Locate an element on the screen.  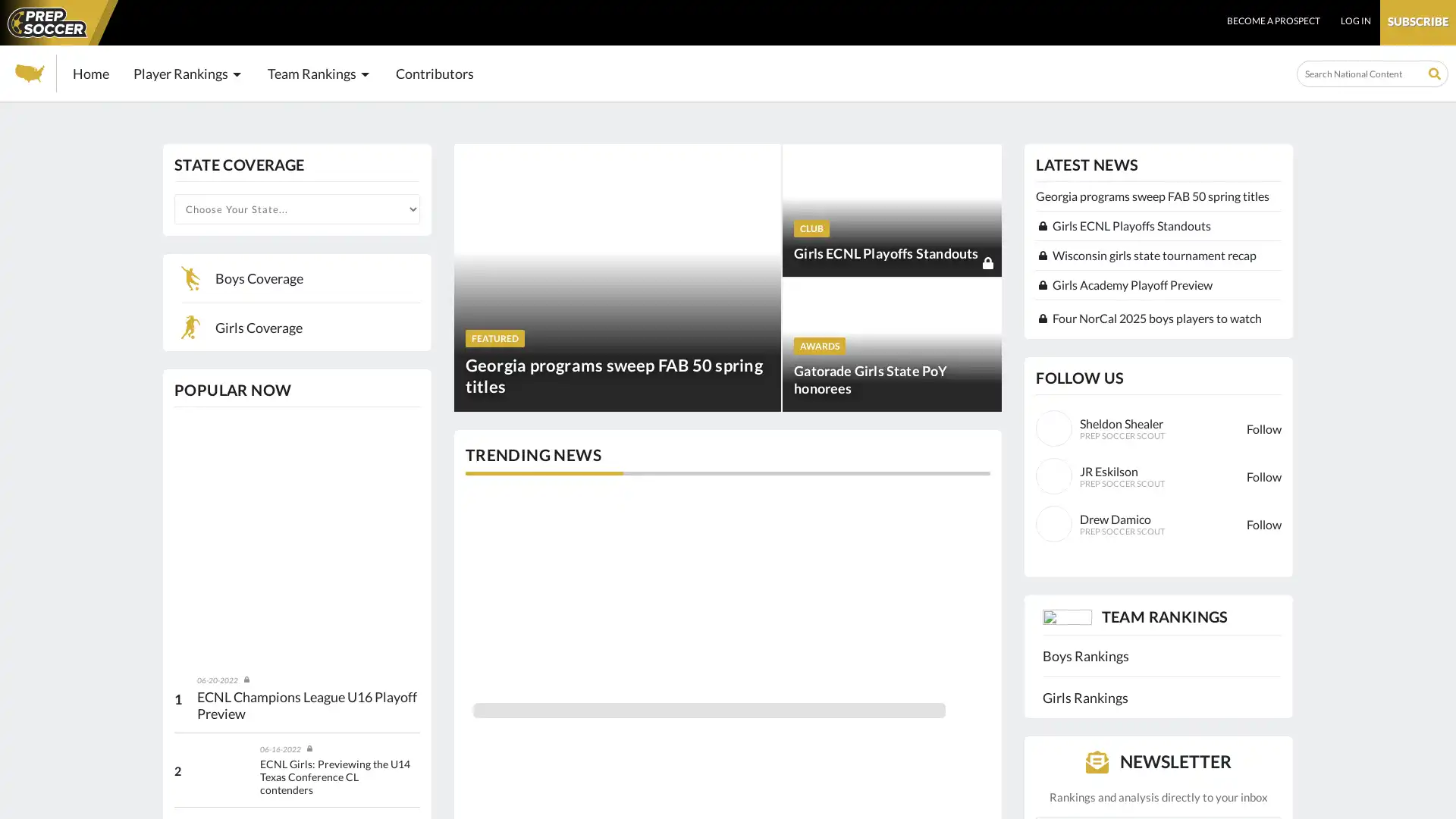
Next is located at coordinates (987, 592).